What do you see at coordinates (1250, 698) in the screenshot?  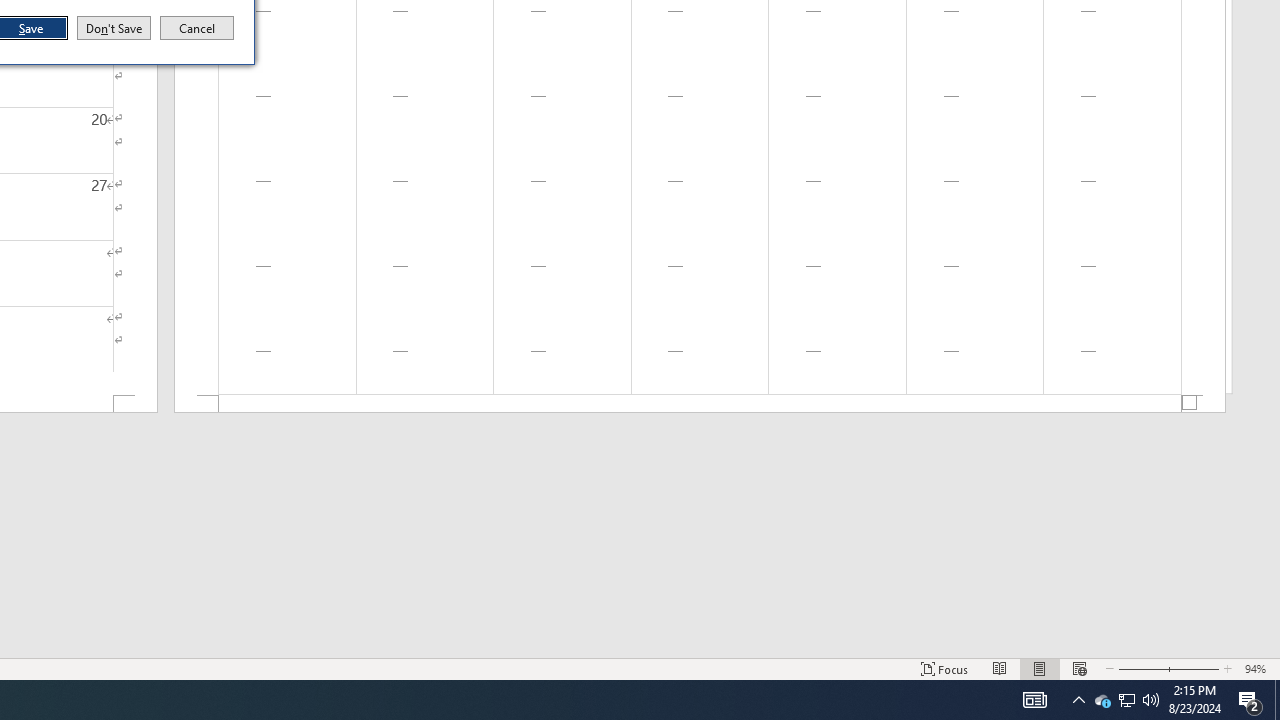 I see `'Action Center, 2 new notifications'` at bounding box center [1250, 698].